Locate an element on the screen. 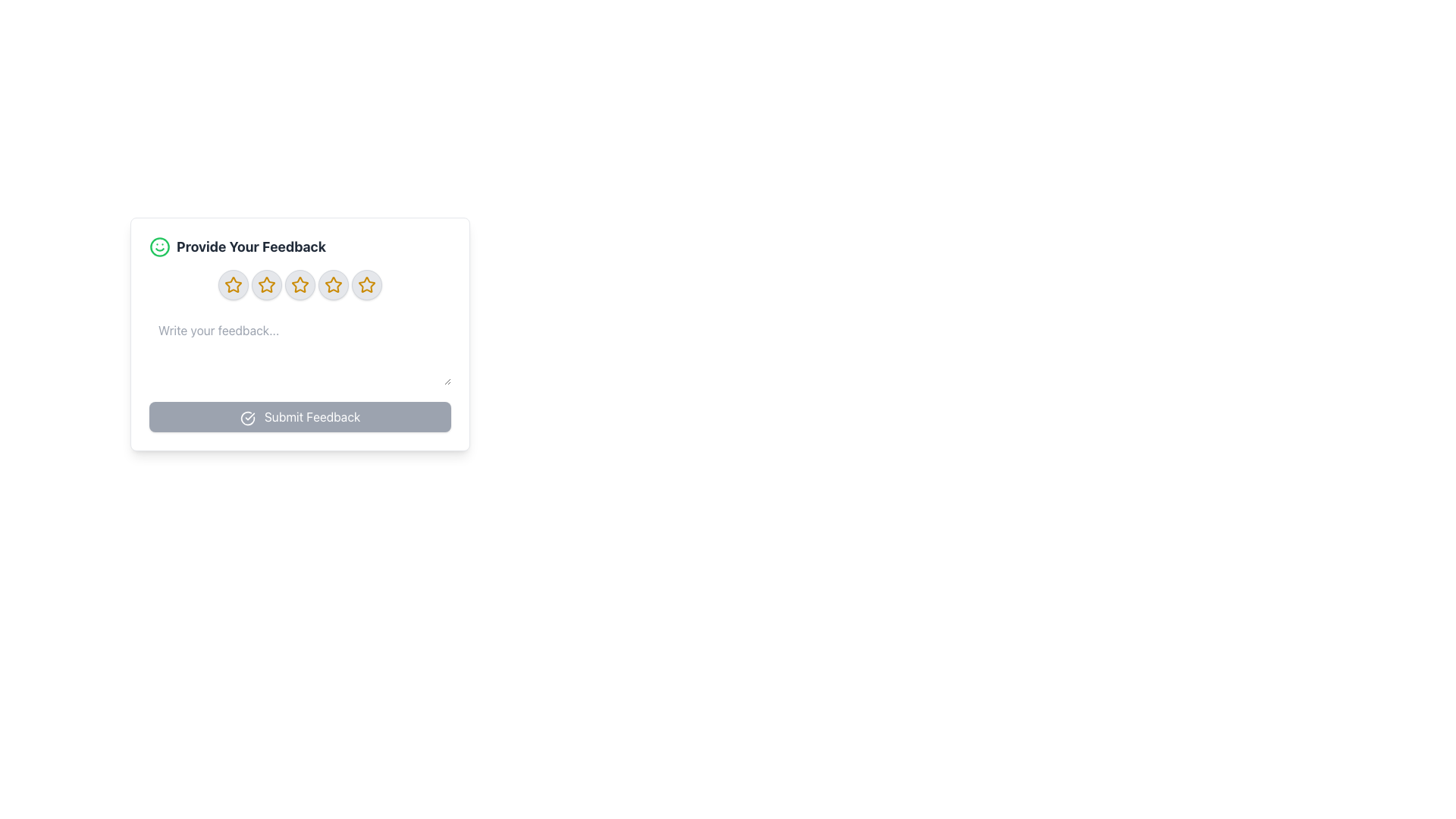  the first star in the rating display, which is part of a feedback provision form located at the top-center of the interface is located at coordinates (232, 284).